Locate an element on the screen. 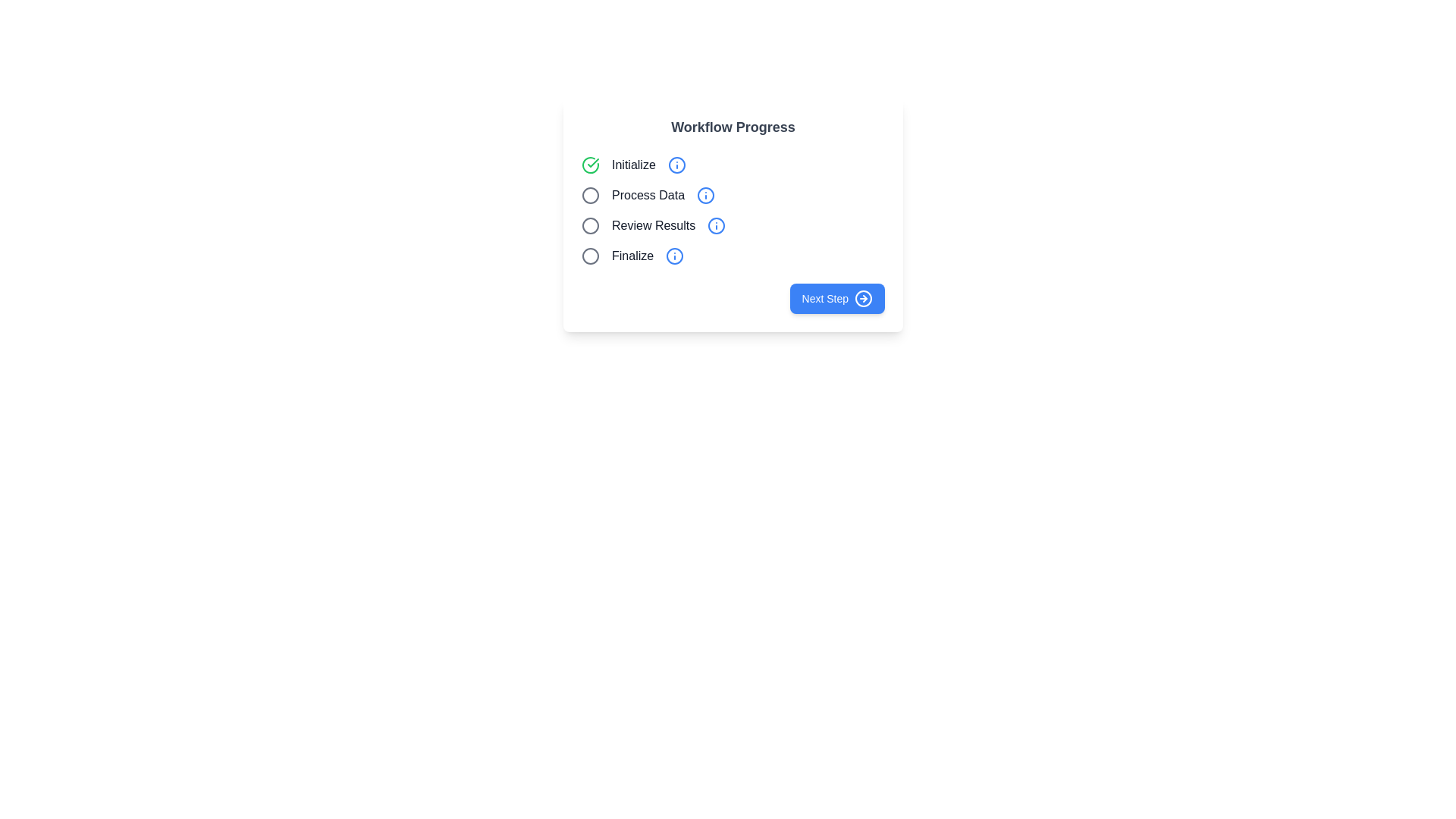  the visual status of the 'Finalize' icon, which is the fourth circle in a vertical list representing steps in a workflow, located next to the text label 'Finalize' is located at coordinates (589, 256).